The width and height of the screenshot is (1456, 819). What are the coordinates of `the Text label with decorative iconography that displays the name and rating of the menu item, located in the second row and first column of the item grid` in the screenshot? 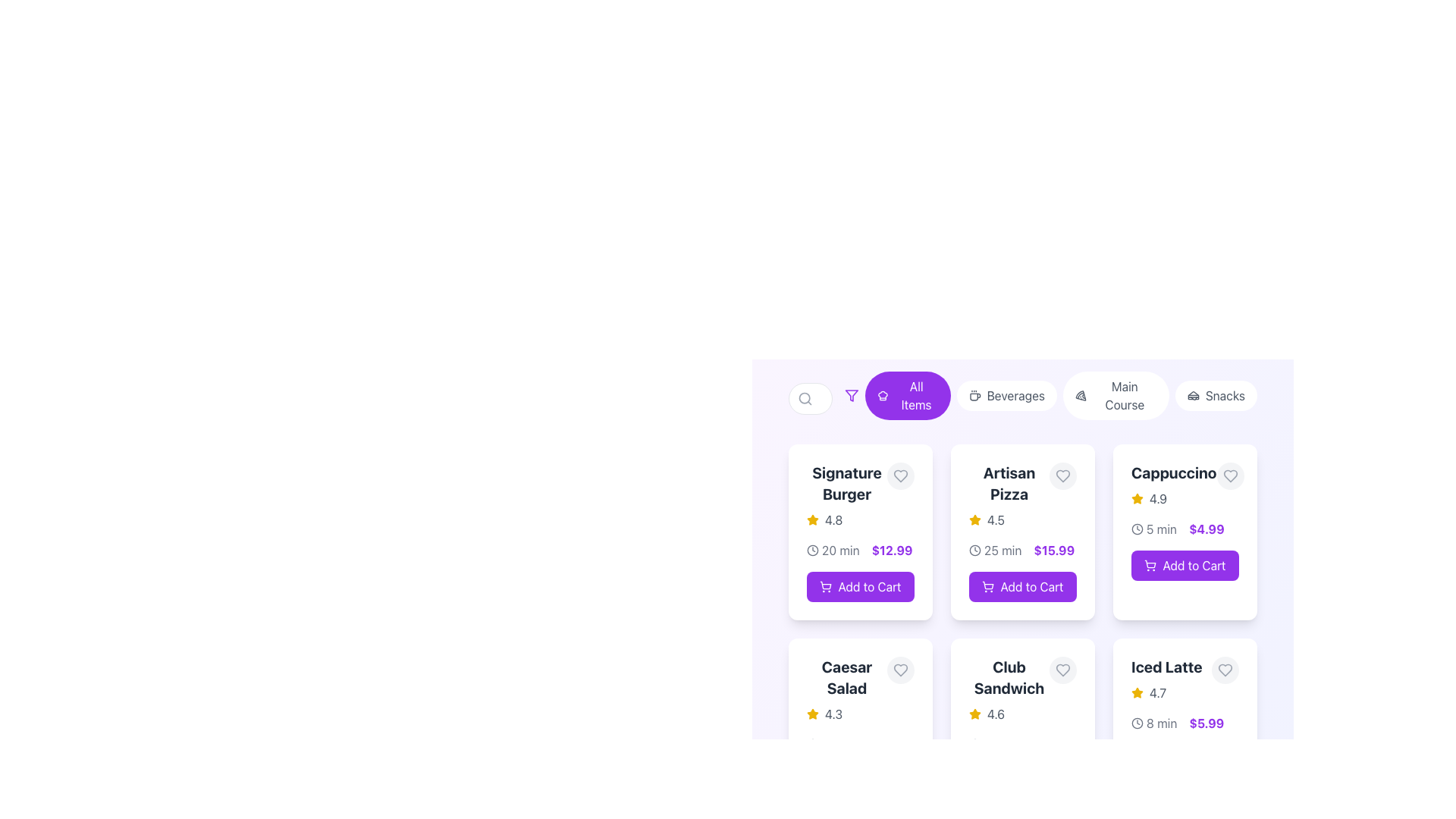 It's located at (846, 690).